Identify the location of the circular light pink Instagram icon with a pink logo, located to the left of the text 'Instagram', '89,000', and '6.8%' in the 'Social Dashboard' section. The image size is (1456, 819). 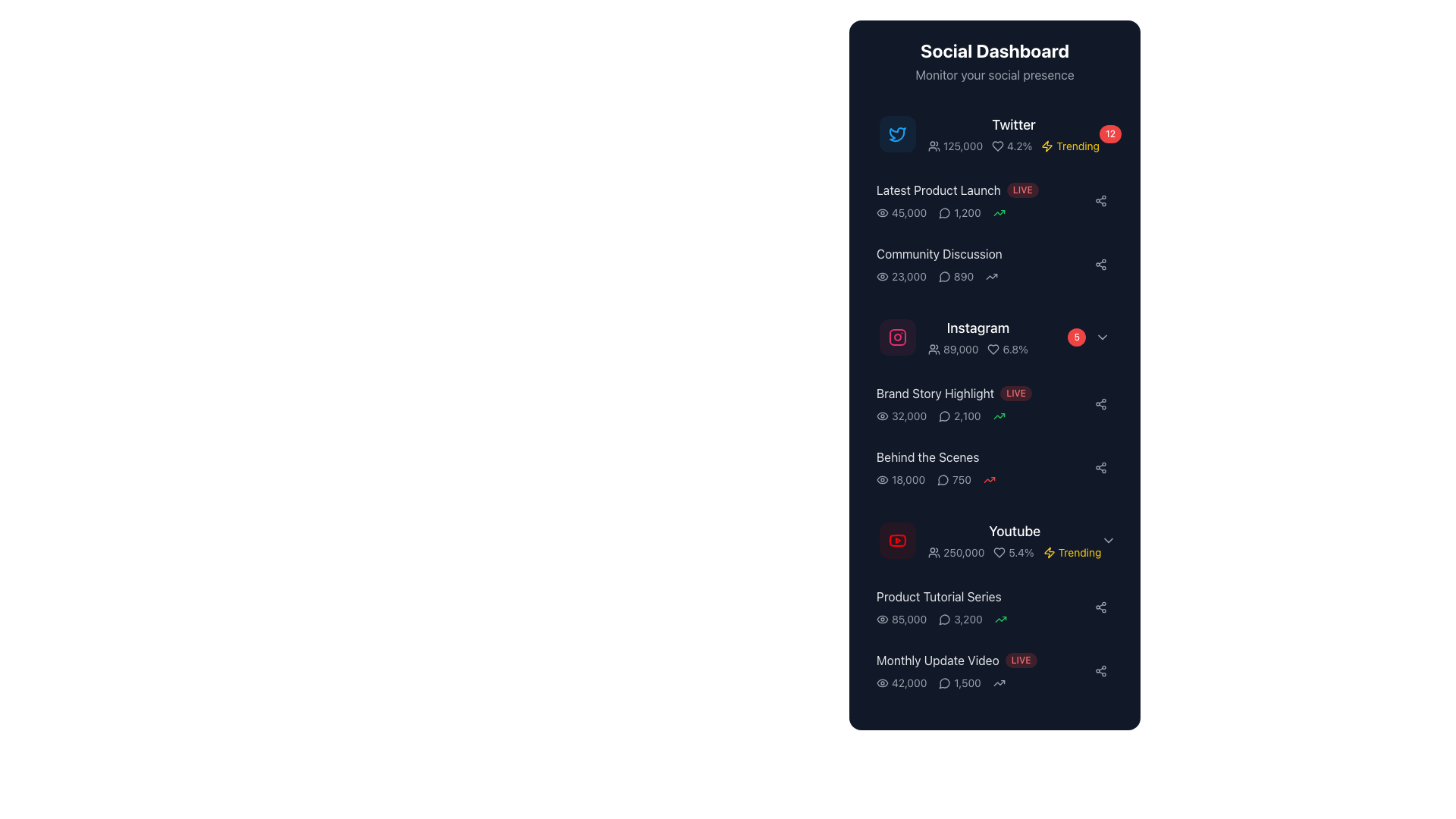
(898, 336).